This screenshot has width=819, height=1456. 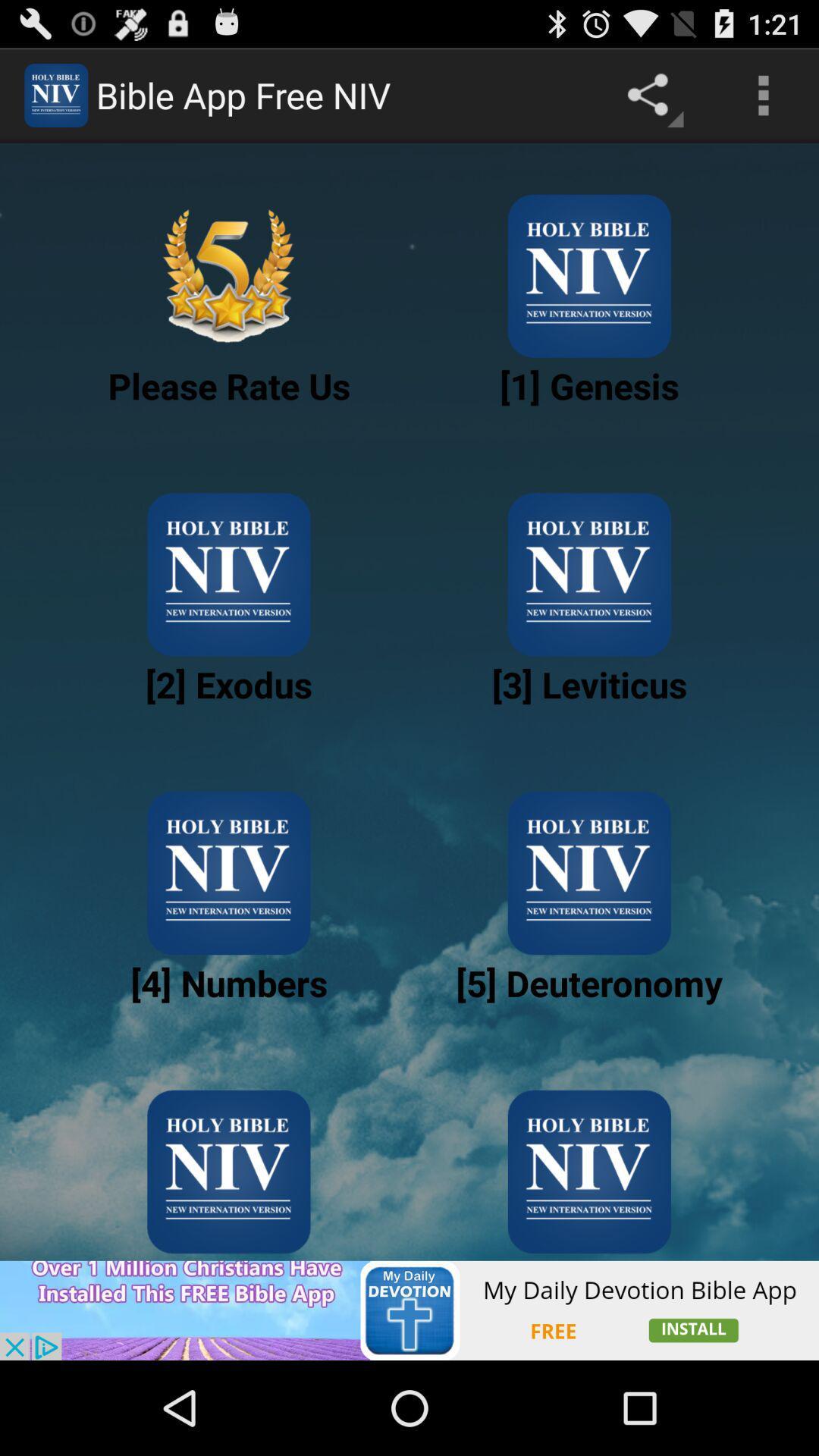 I want to click on advertisement, so click(x=409, y=1310).